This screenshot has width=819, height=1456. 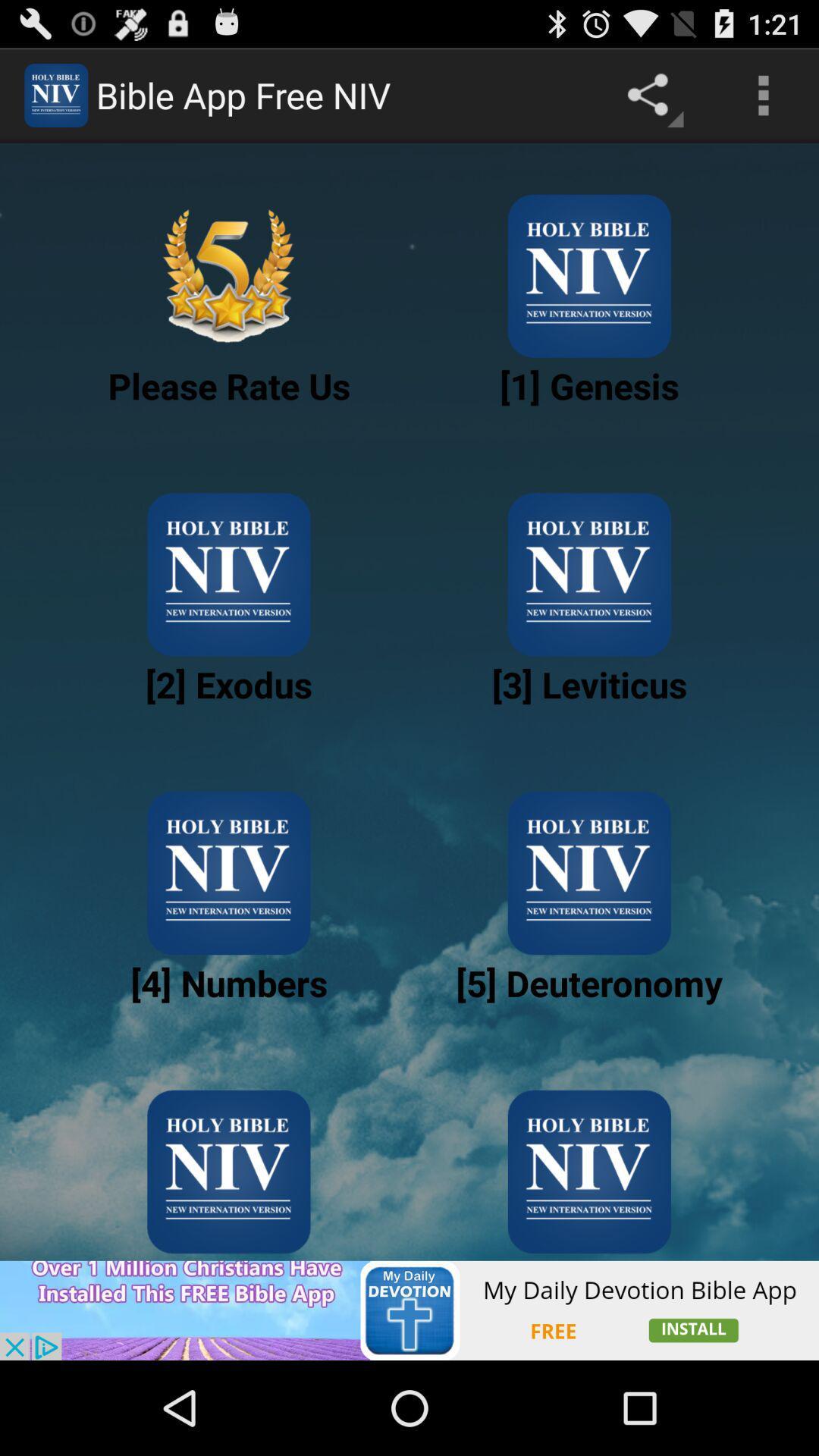 I want to click on advertisement, so click(x=409, y=1310).